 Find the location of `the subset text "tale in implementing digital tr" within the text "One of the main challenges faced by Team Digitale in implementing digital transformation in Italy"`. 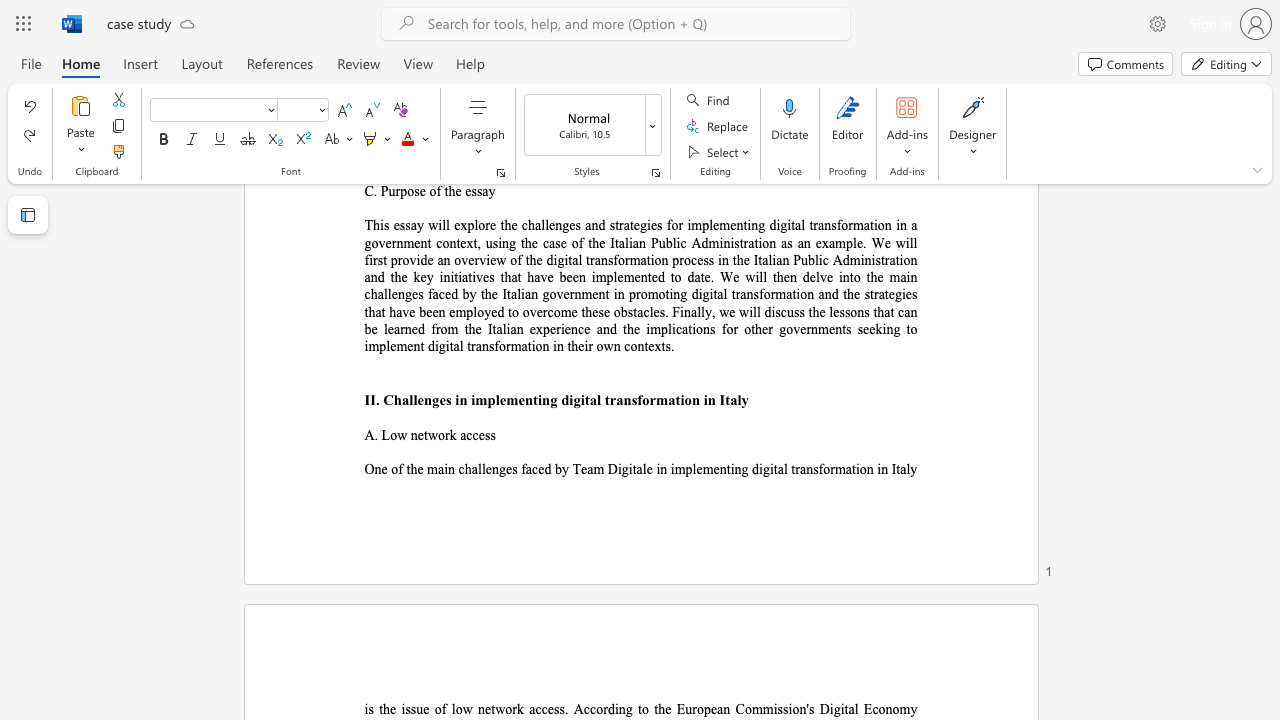

the subset text "tale in implementing digital tr" within the text "One of the main challenges faced by Team Digitale in implementing digital transformation in Italy" is located at coordinates (631, 469).